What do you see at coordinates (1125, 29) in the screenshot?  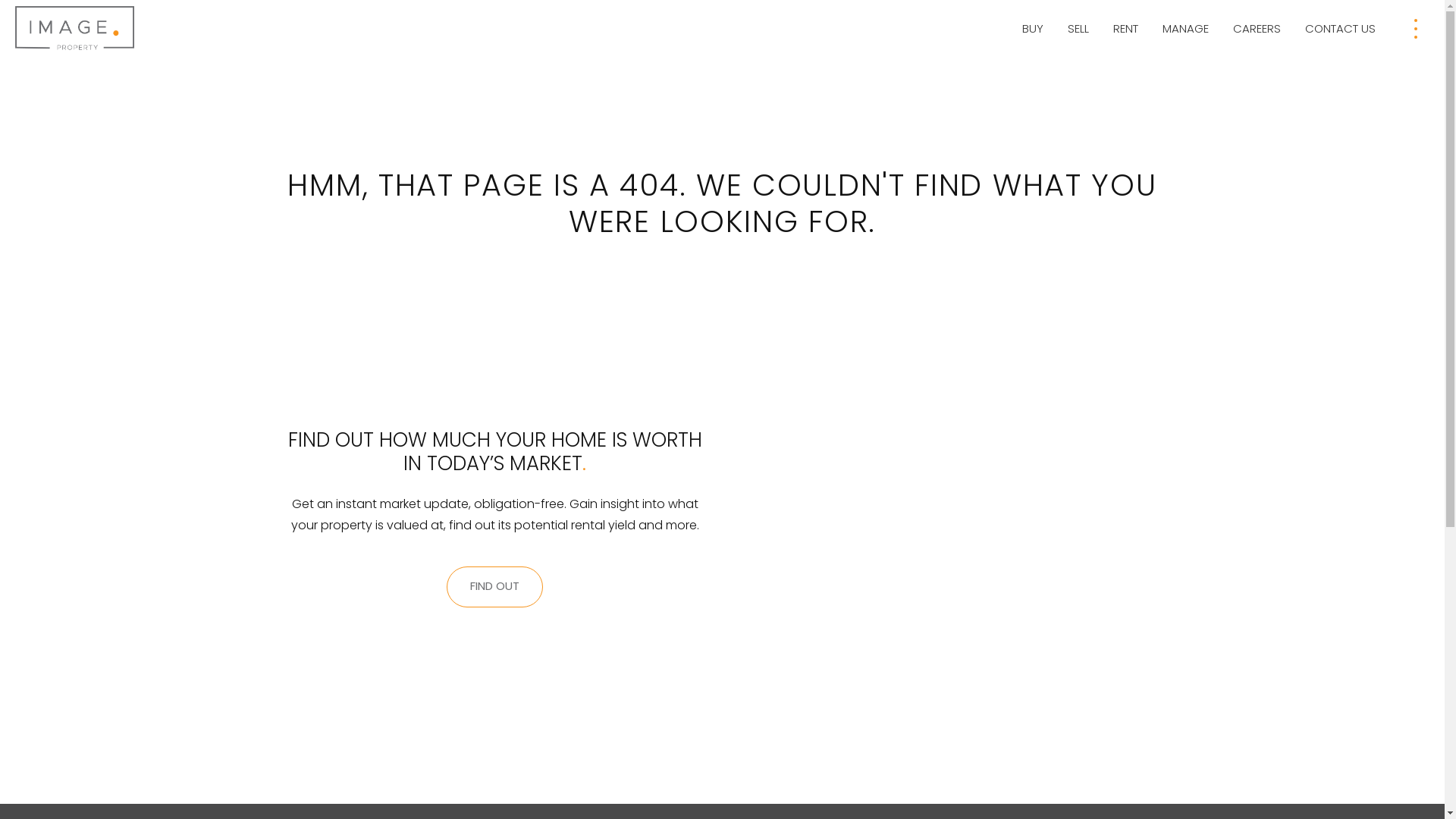 I see `'RENT'` at bounding box center [1125, 29].